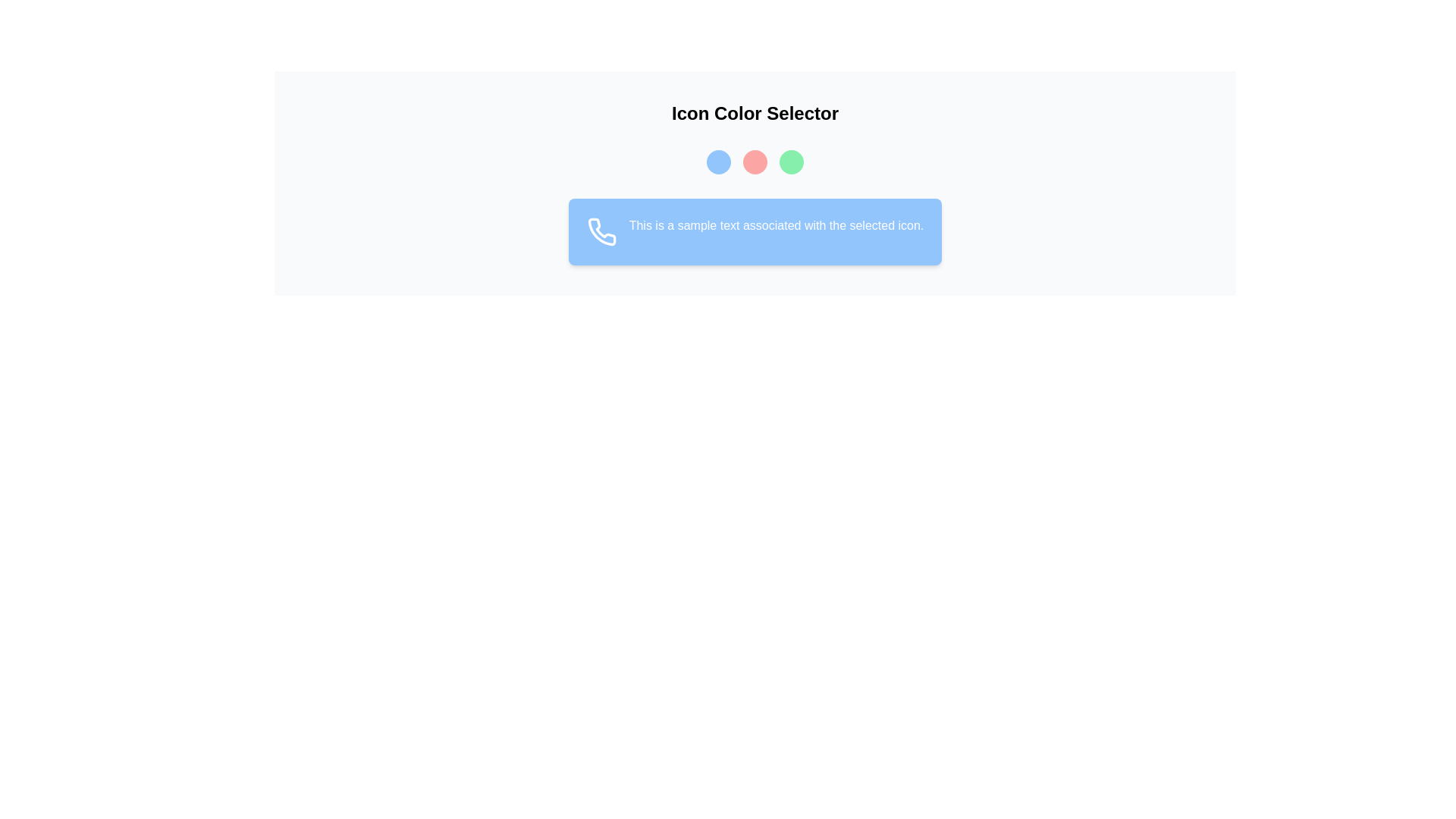  I want to click on the middle circular button in the horizontal row of three buttons, which is associated with the red theme, so click(755, 162).